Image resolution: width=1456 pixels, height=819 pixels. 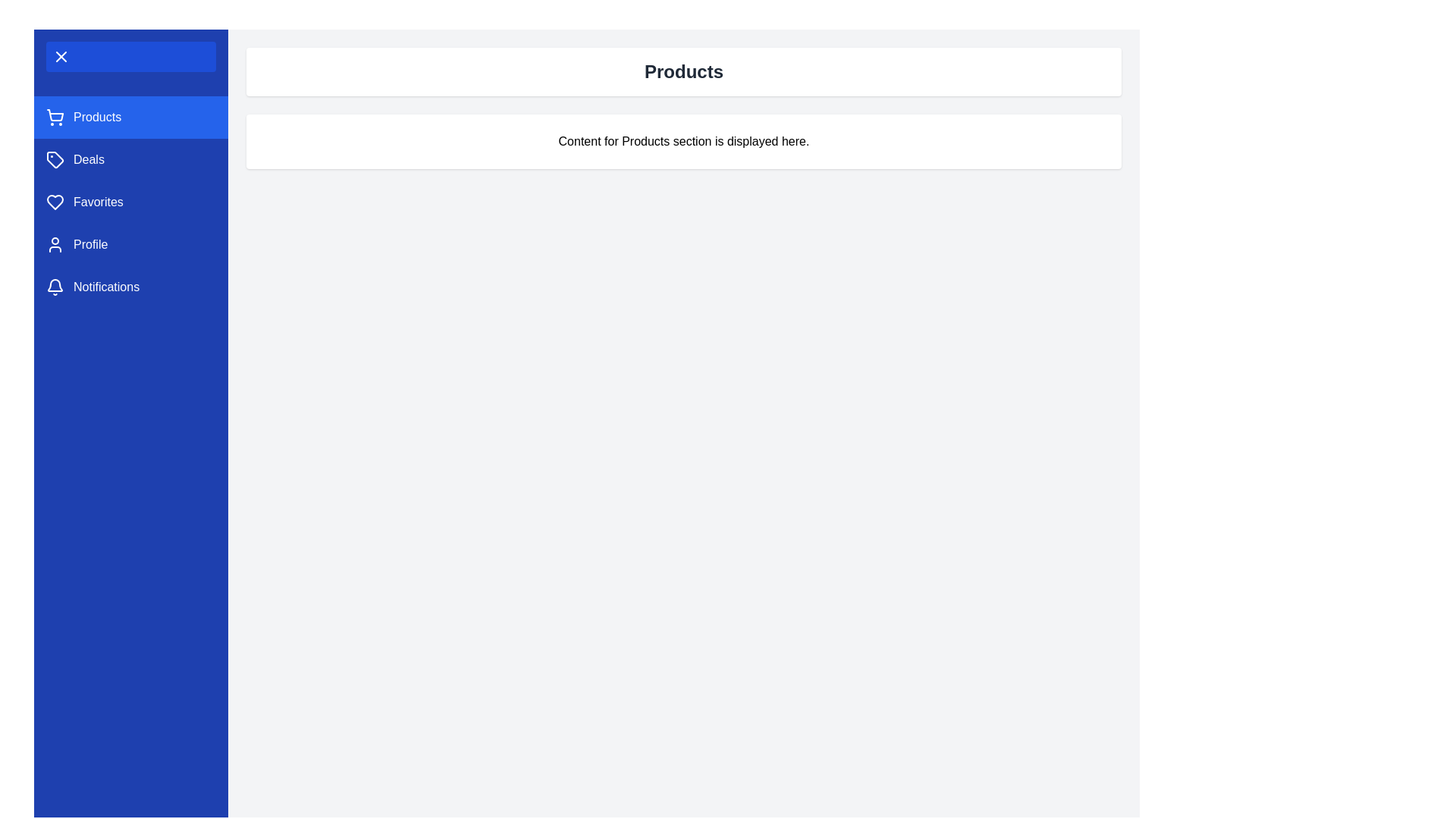 I want to click on the navigation button labeled 'Products' located in the left sidebar of the application, so click(x=130, y=116).